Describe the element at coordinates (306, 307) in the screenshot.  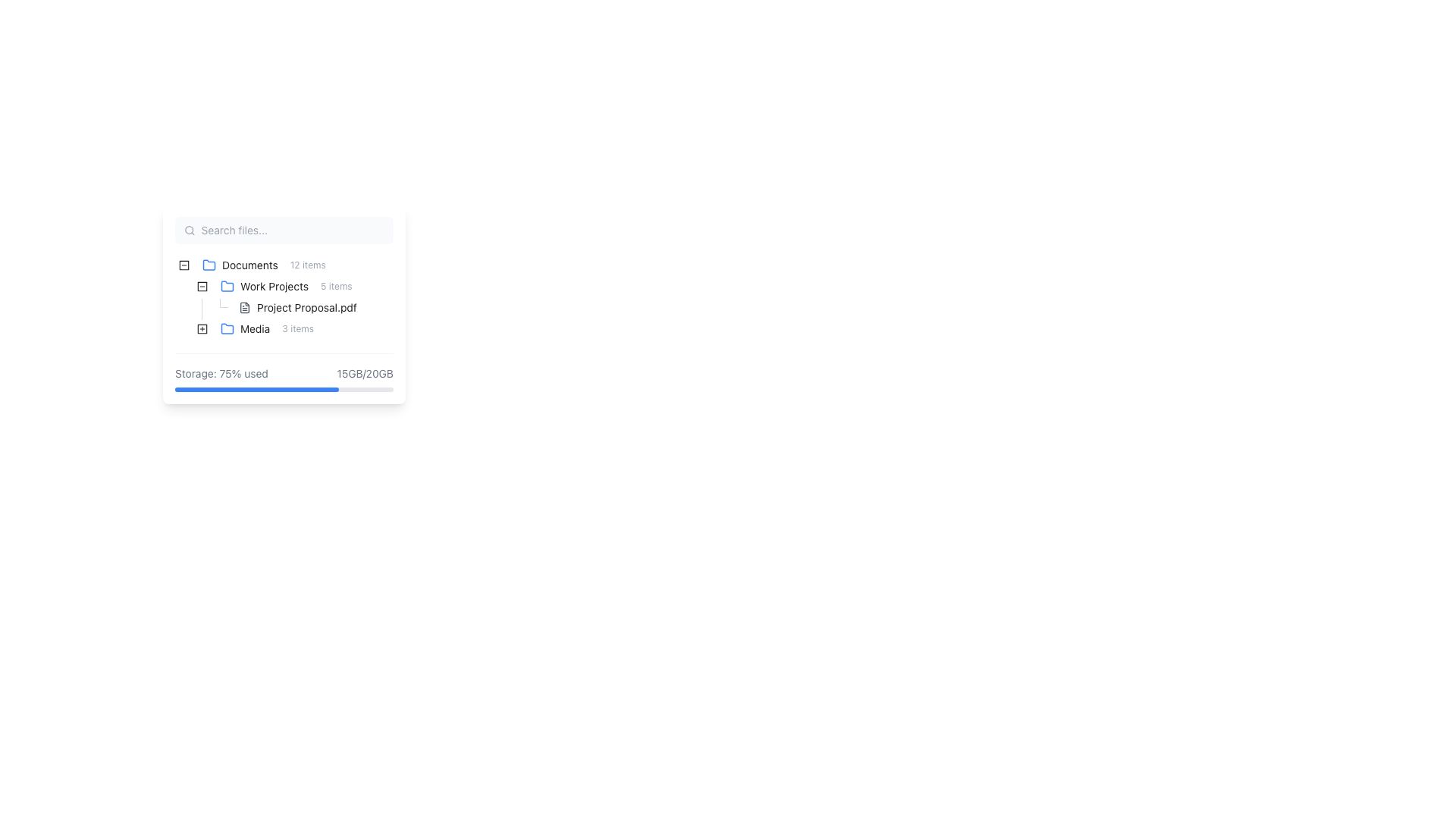
I see `the text label representing the file named 'Project Proposal.pdf'` at that location.